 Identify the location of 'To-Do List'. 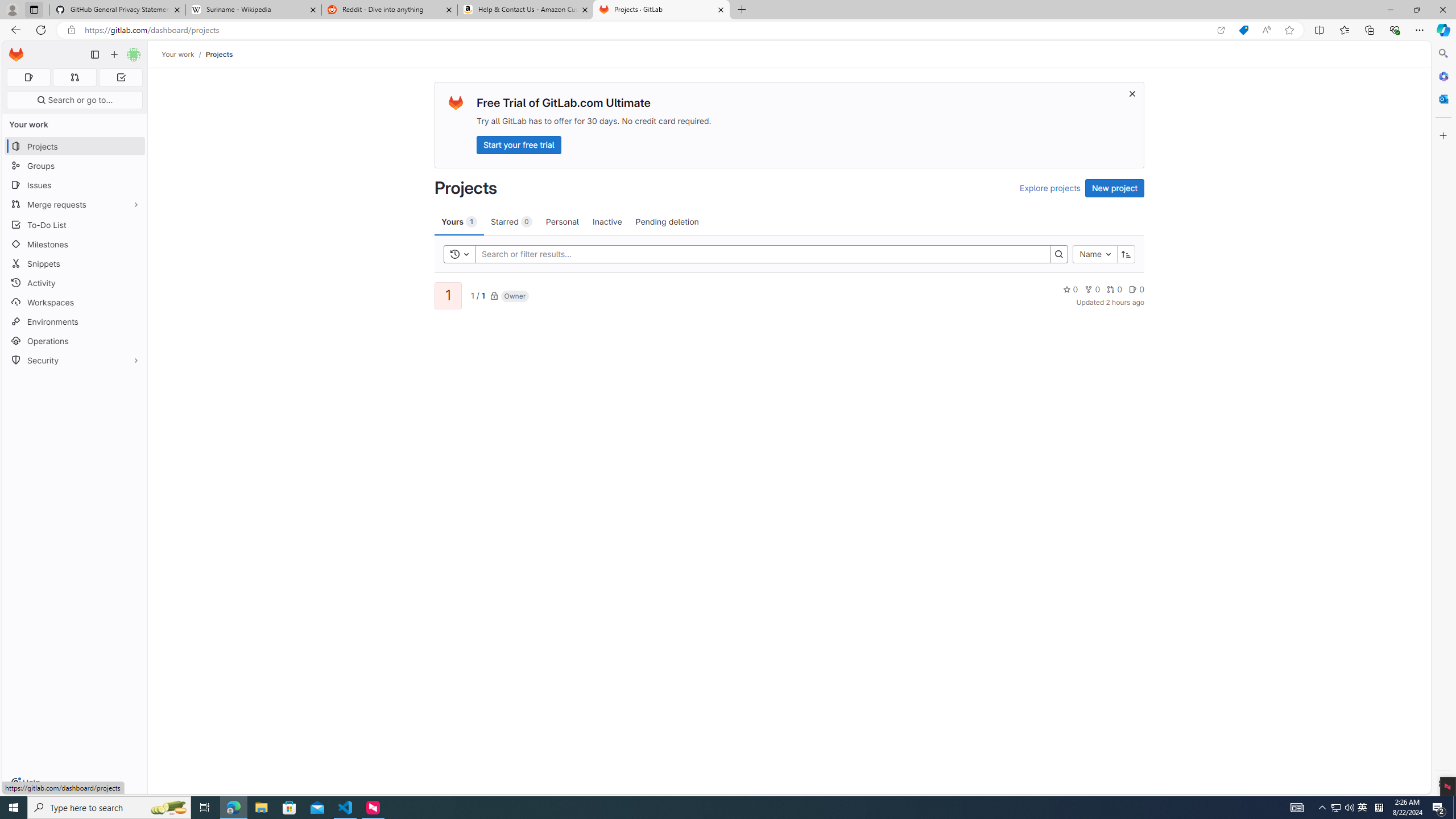
(74, 224).